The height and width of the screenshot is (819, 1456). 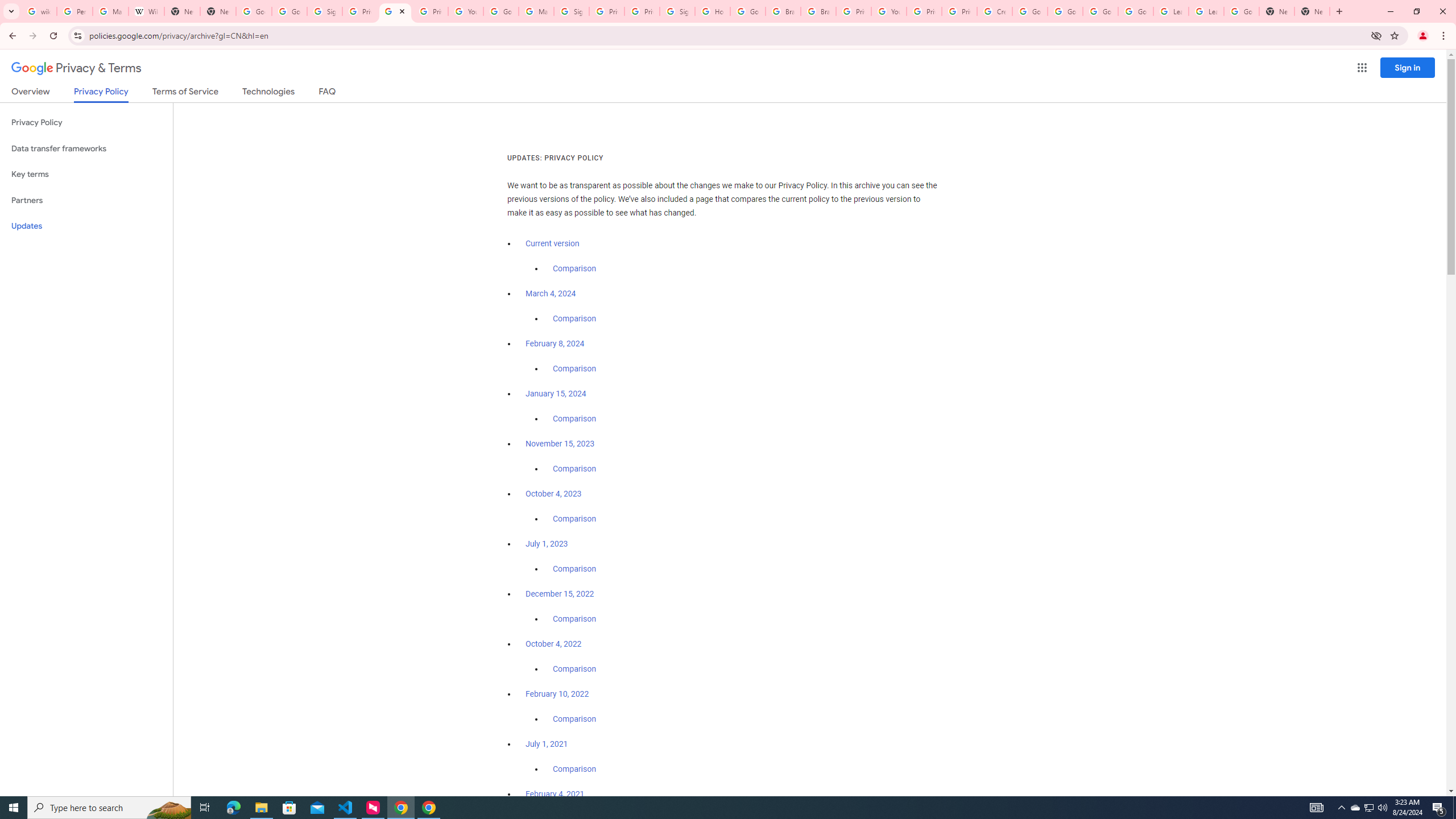 What do you see at coordinates (555, 344) in the screenshot?
I see `'February 8, 2024'` at bounding box center [555, 344].